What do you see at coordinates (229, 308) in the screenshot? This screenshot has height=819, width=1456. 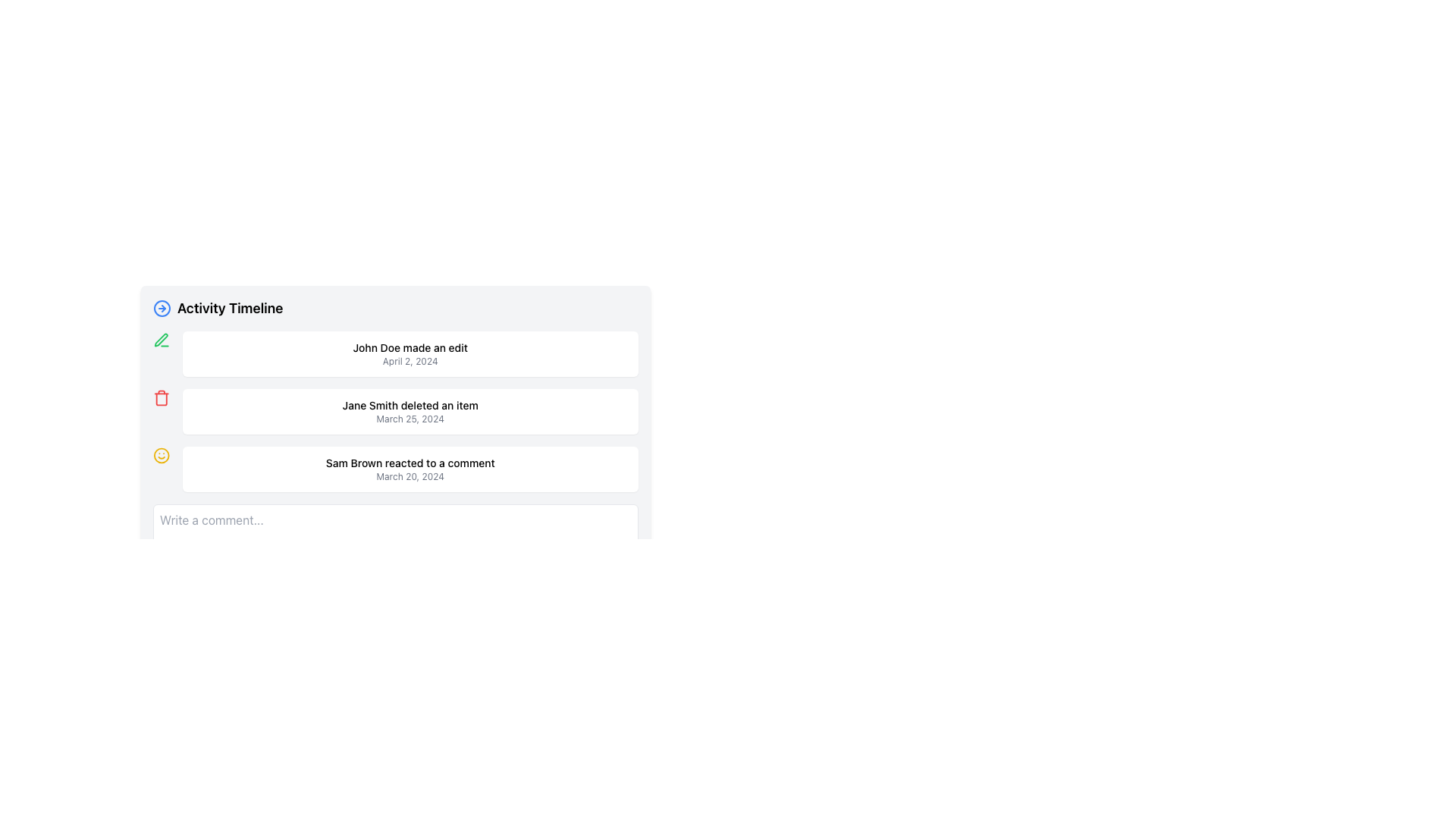 I see `the Static Text element that serves as a section title for the activity log, positioned at the top of the interface above the list of activities` at bounding box center [229, 308].